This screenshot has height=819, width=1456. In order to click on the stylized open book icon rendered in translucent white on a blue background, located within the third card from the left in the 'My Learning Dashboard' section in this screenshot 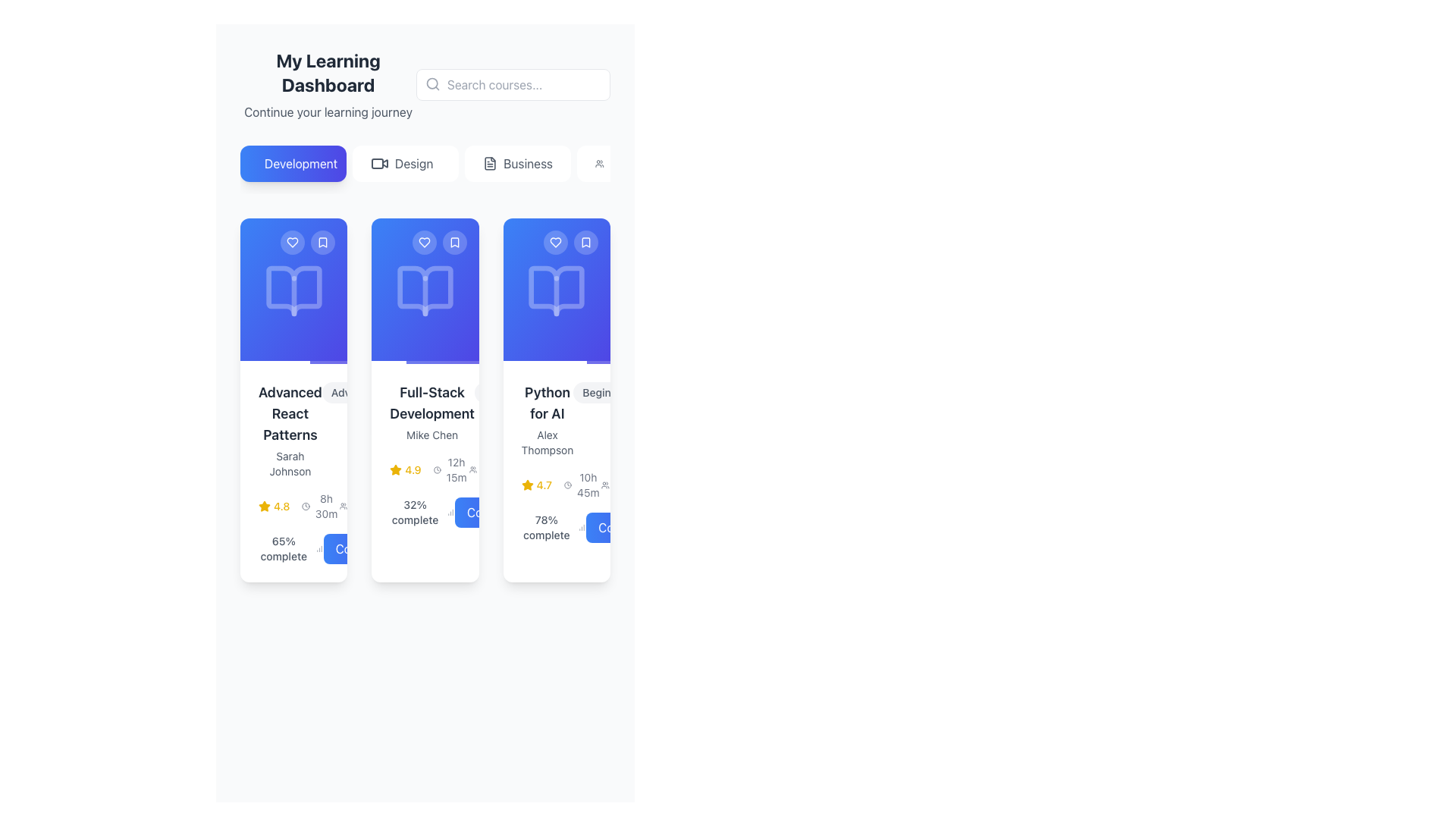, I will do `click(556, 291)`.